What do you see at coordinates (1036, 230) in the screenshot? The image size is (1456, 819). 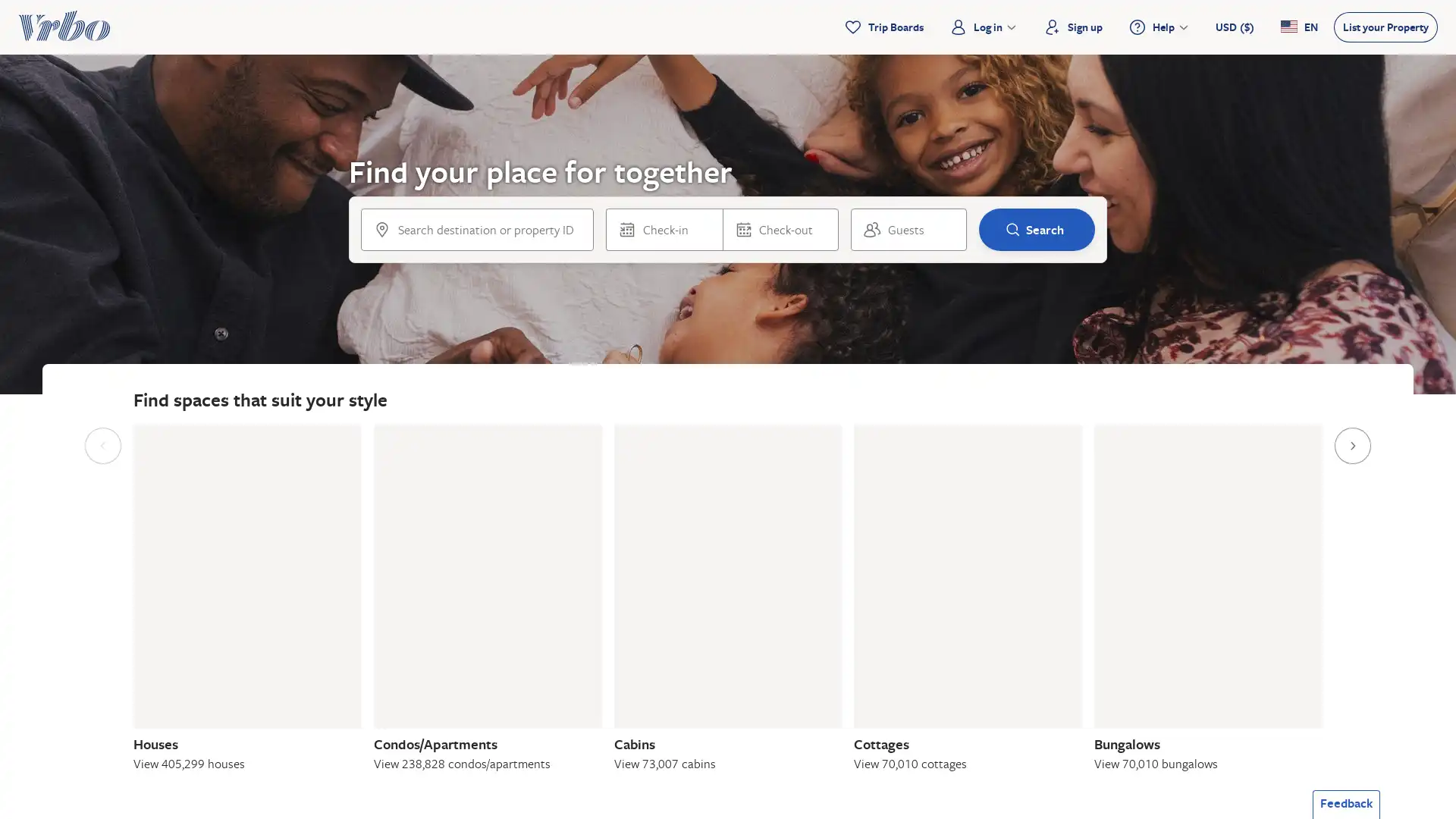 I see `Search` at bounding box center [1036, 230].